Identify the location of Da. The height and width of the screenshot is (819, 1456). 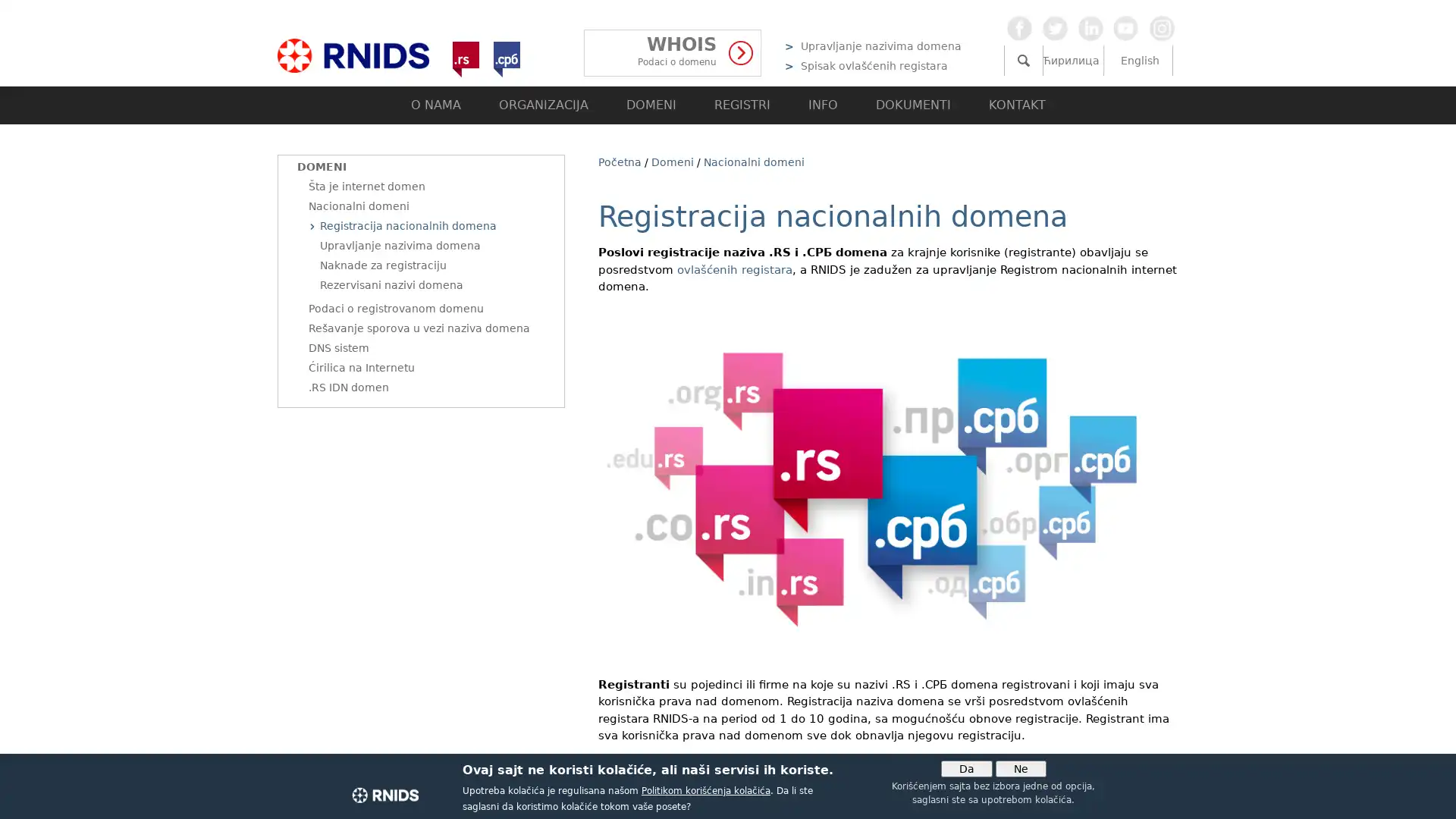
(965, 768).